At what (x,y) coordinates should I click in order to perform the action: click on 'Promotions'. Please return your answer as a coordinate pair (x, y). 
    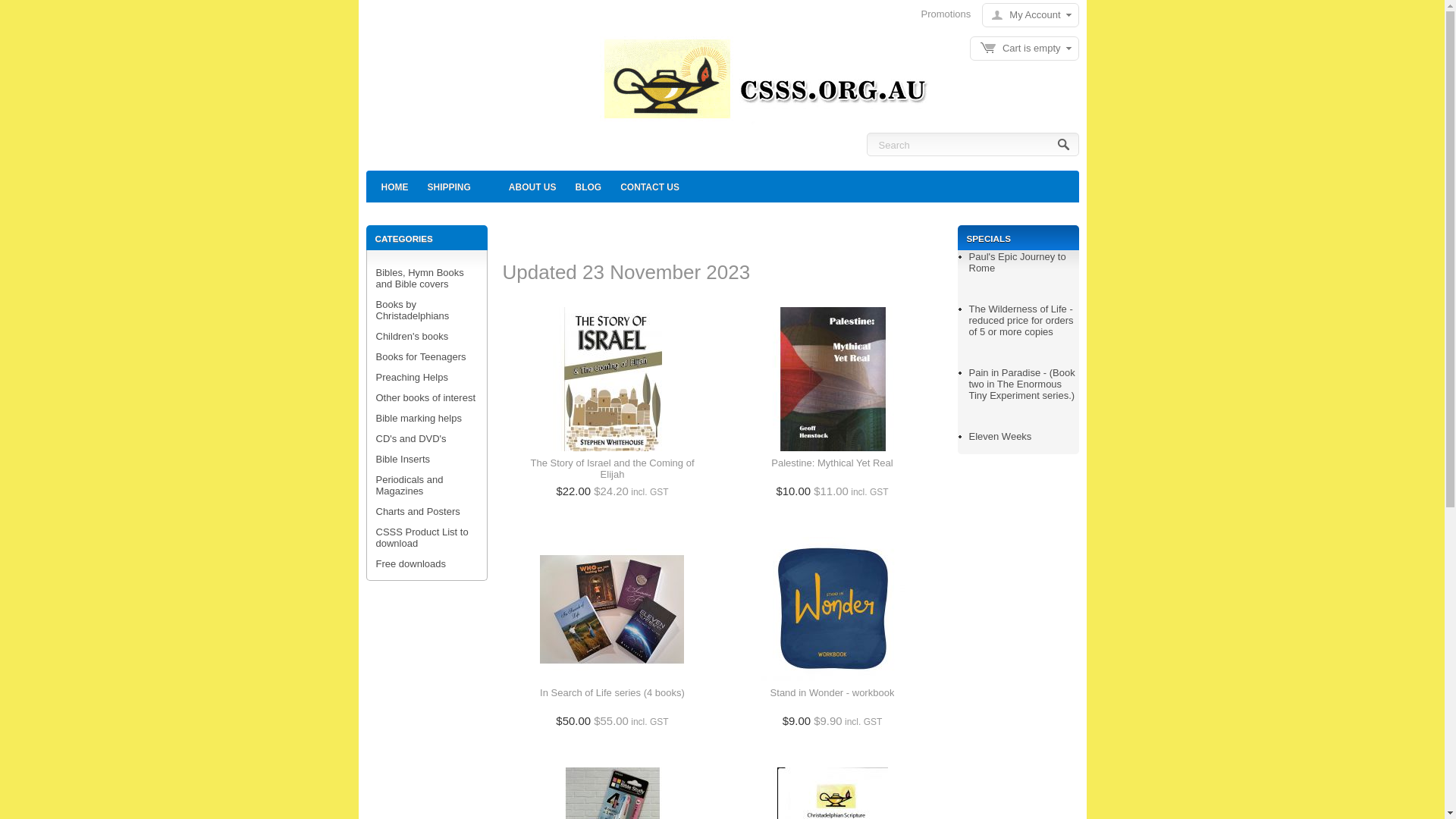
    Looking at the image, I should click on (920, 14).